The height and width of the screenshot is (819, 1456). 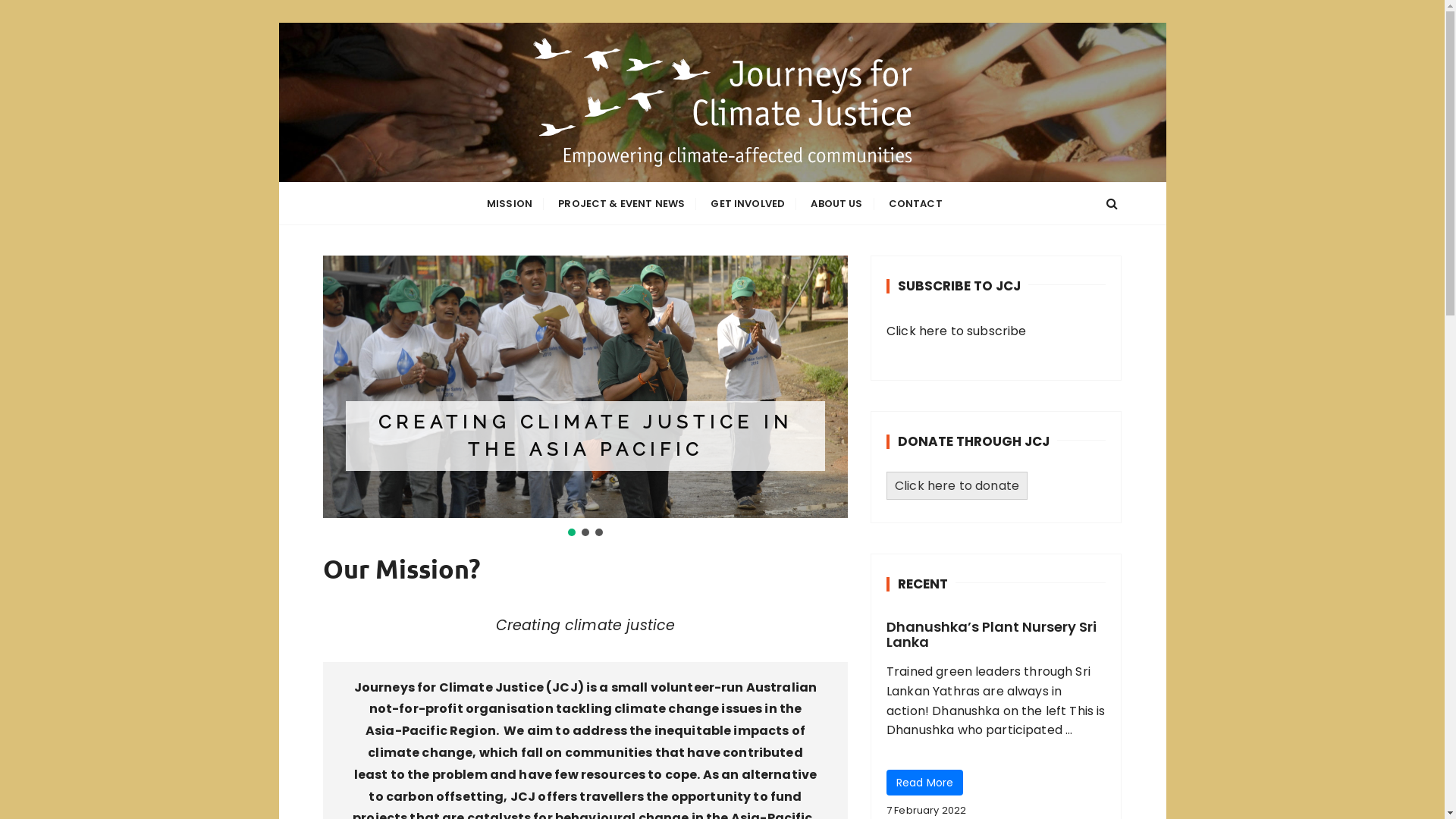 I want to click on 'Read More', so click(x=924, y=783).